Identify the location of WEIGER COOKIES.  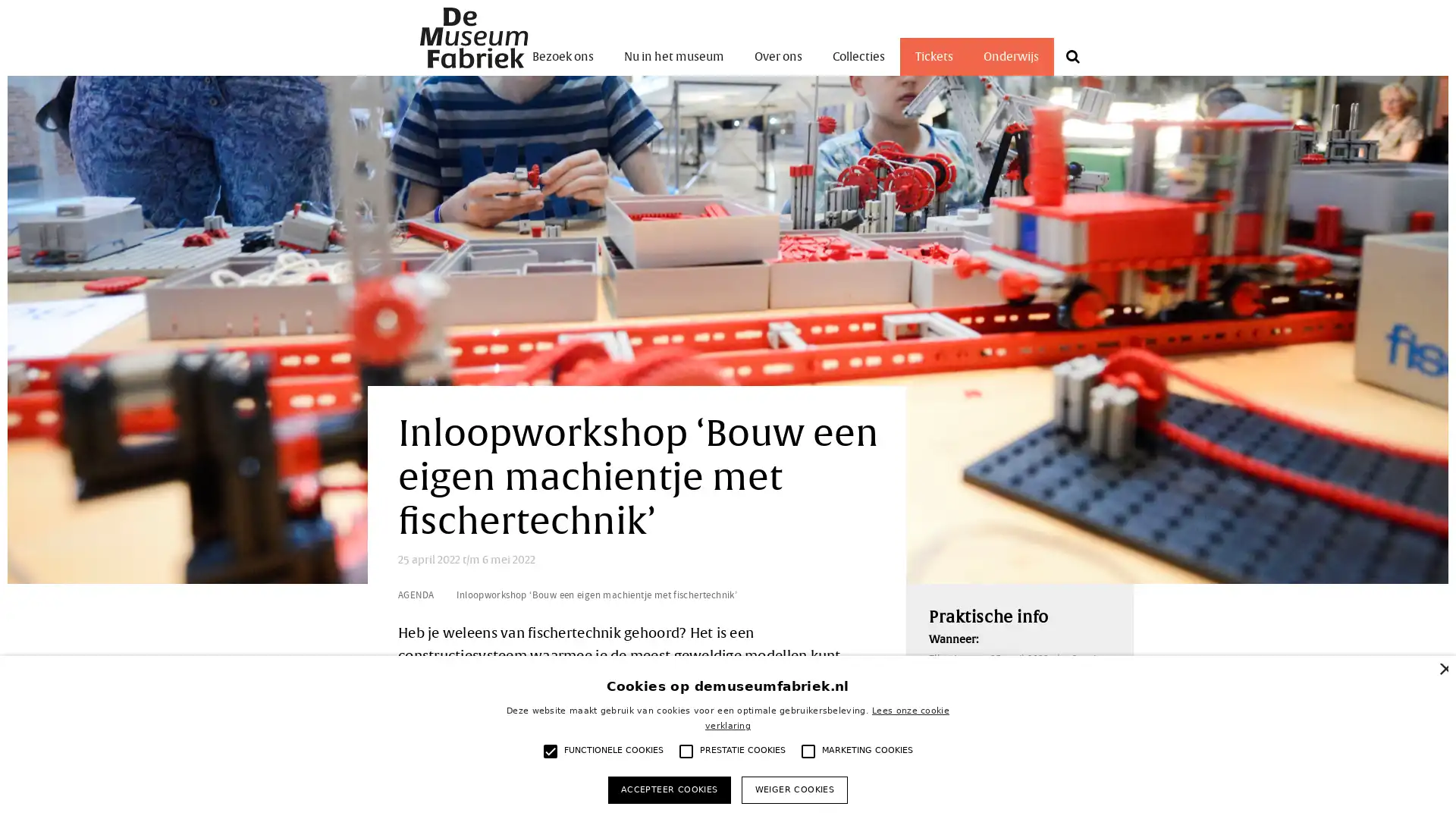
(793, 789).